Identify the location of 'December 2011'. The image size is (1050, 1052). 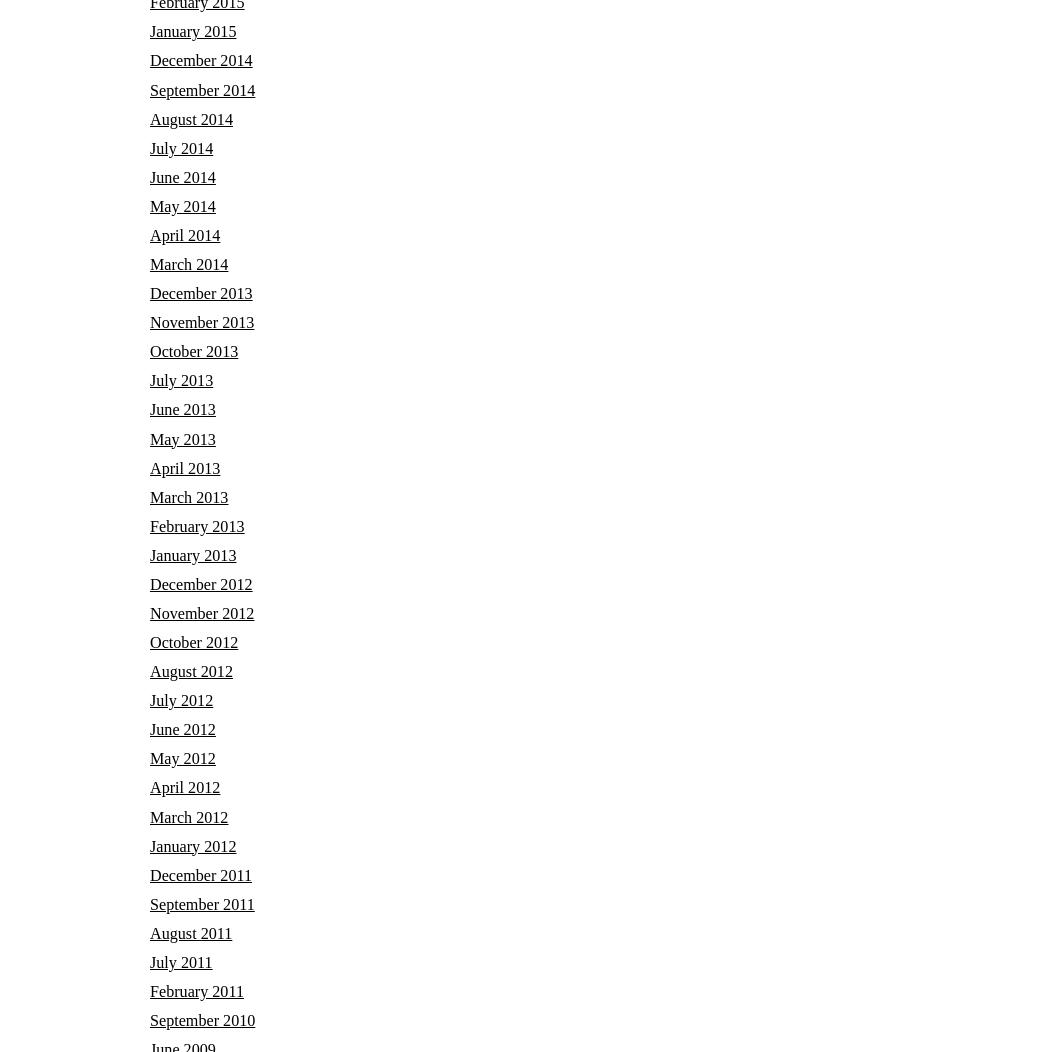
(199, 873).